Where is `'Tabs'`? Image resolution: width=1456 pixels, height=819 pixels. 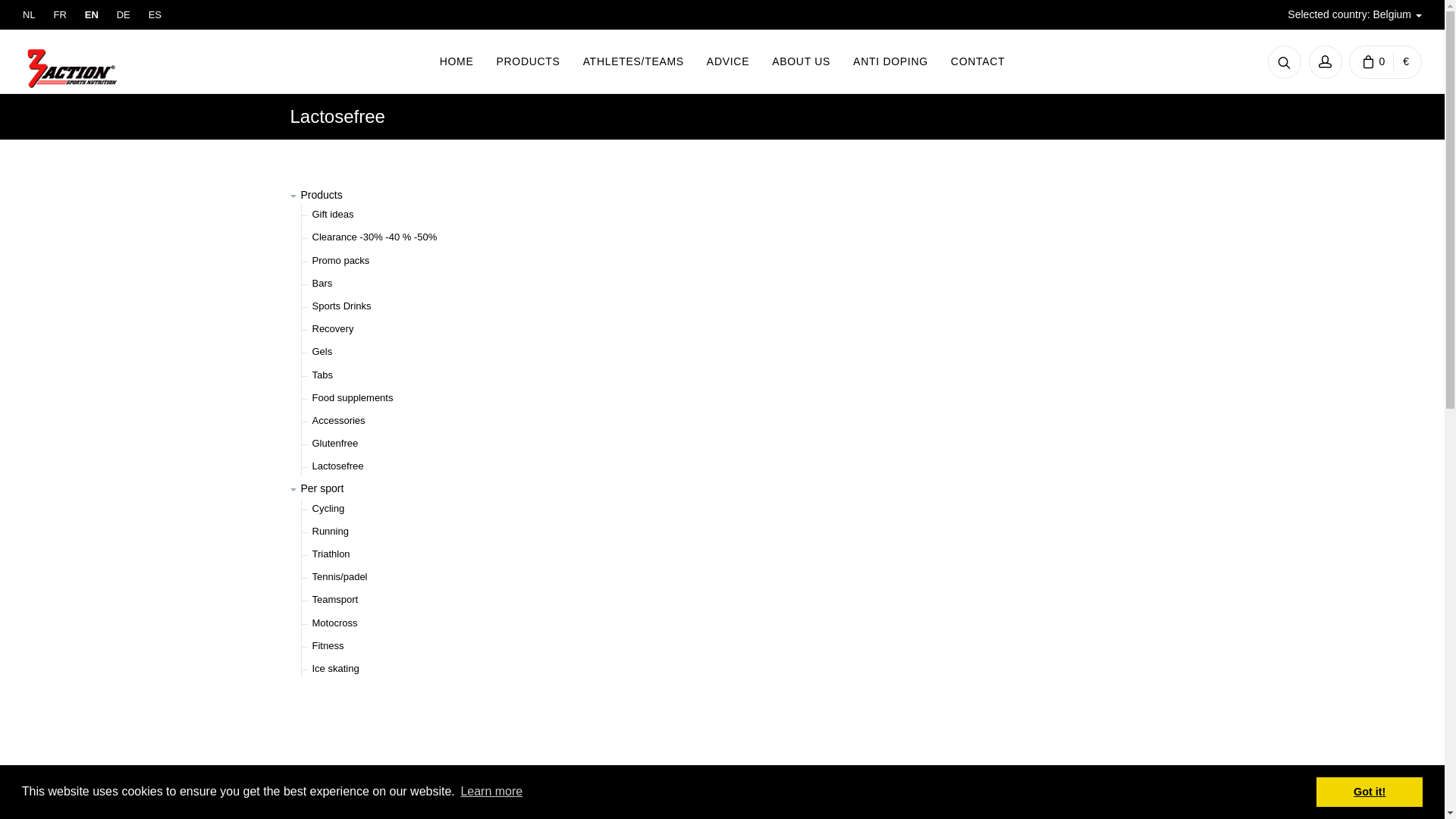
'Tabs' is located at coordinates (322, 374).